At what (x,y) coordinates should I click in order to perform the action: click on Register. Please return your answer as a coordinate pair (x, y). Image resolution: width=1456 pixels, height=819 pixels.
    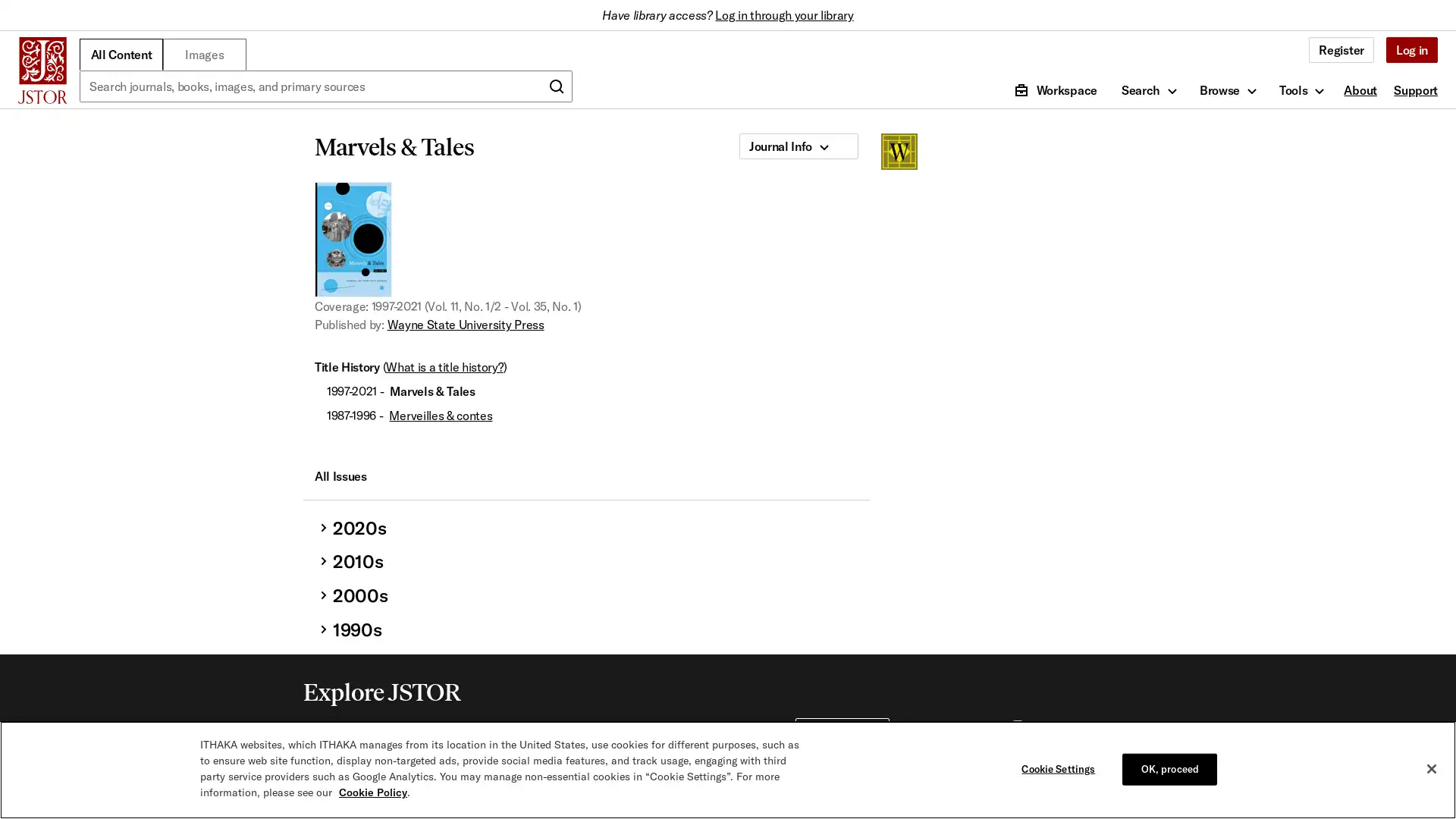
    Looking at the image, I should click on (1341, 49).